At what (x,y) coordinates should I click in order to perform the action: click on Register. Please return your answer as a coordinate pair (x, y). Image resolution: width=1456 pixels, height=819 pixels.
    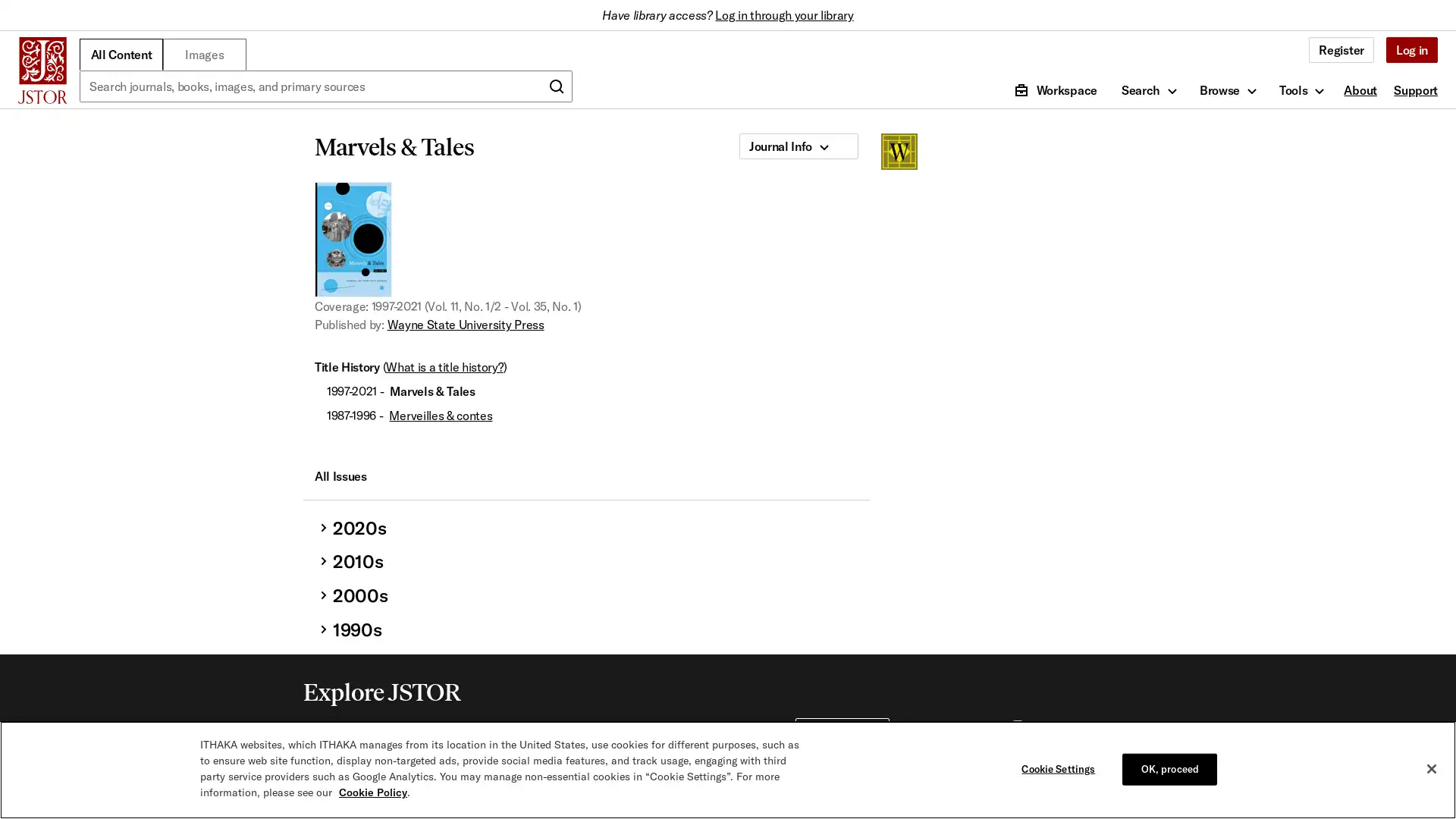
    Looking at the image, I should click on (1341, 49).